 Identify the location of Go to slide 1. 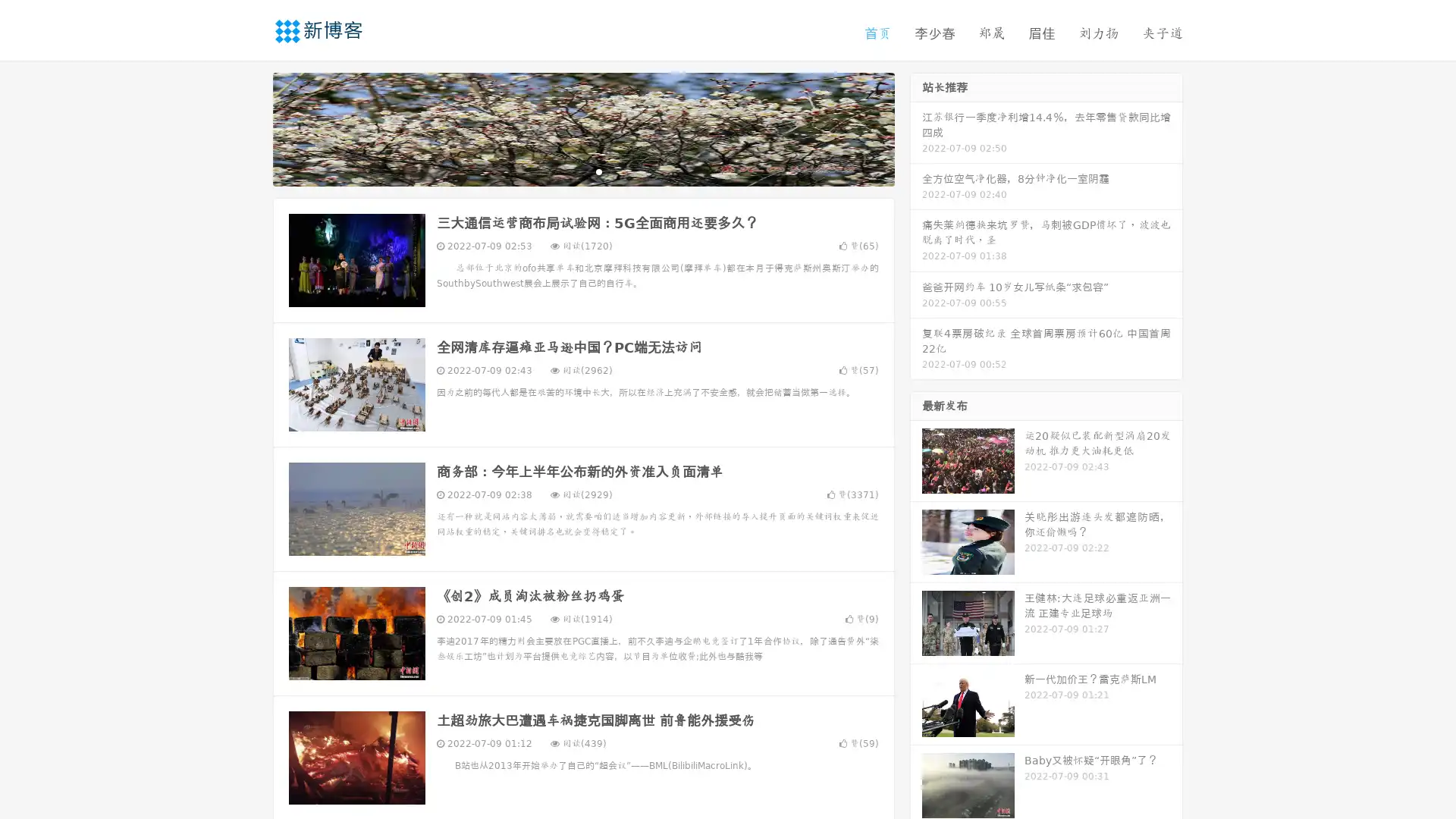
(567, 171).